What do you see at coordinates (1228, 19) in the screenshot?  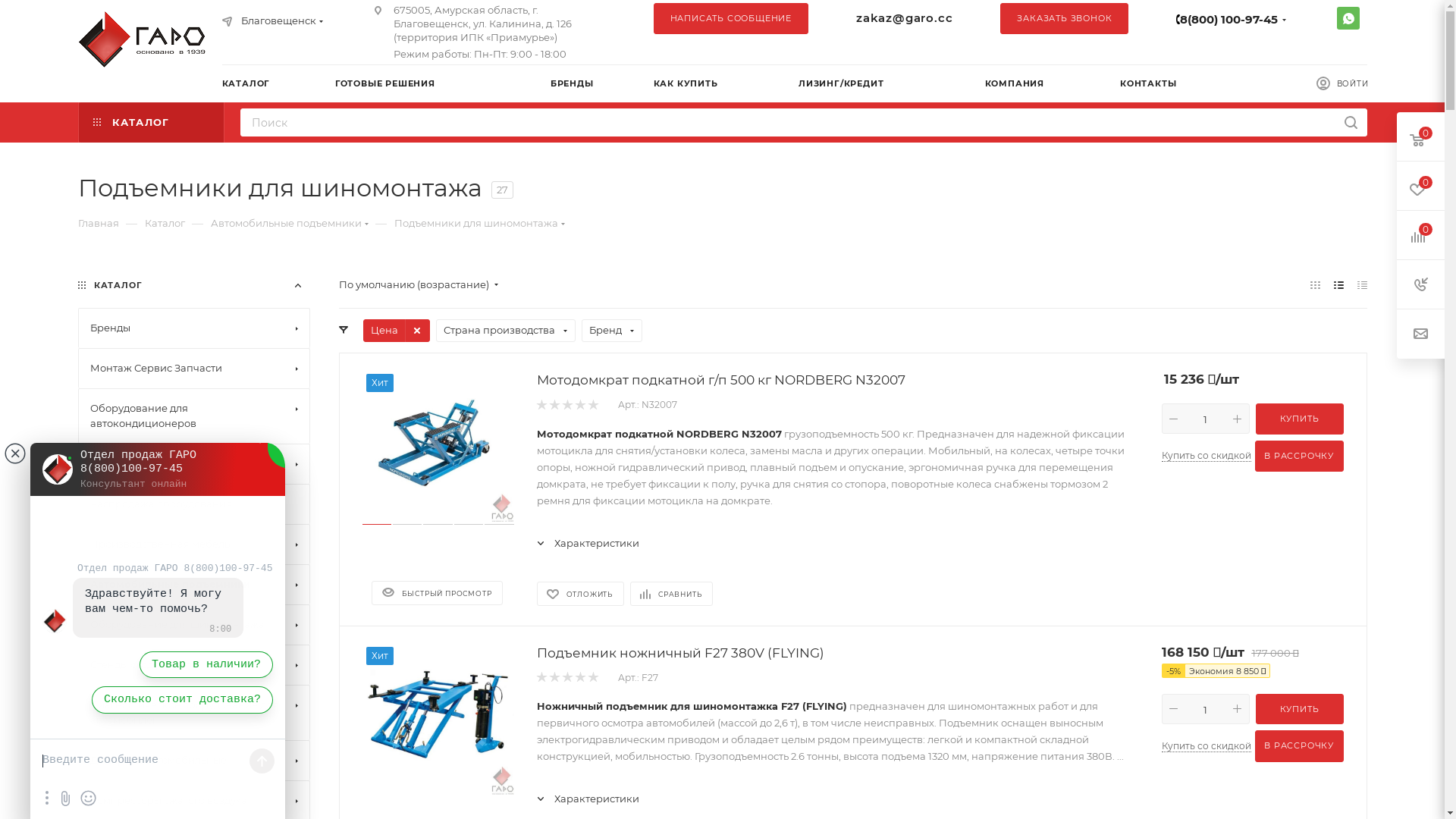 I see `'8(800) 100-97-45'` at bounding box center [1228, 19].